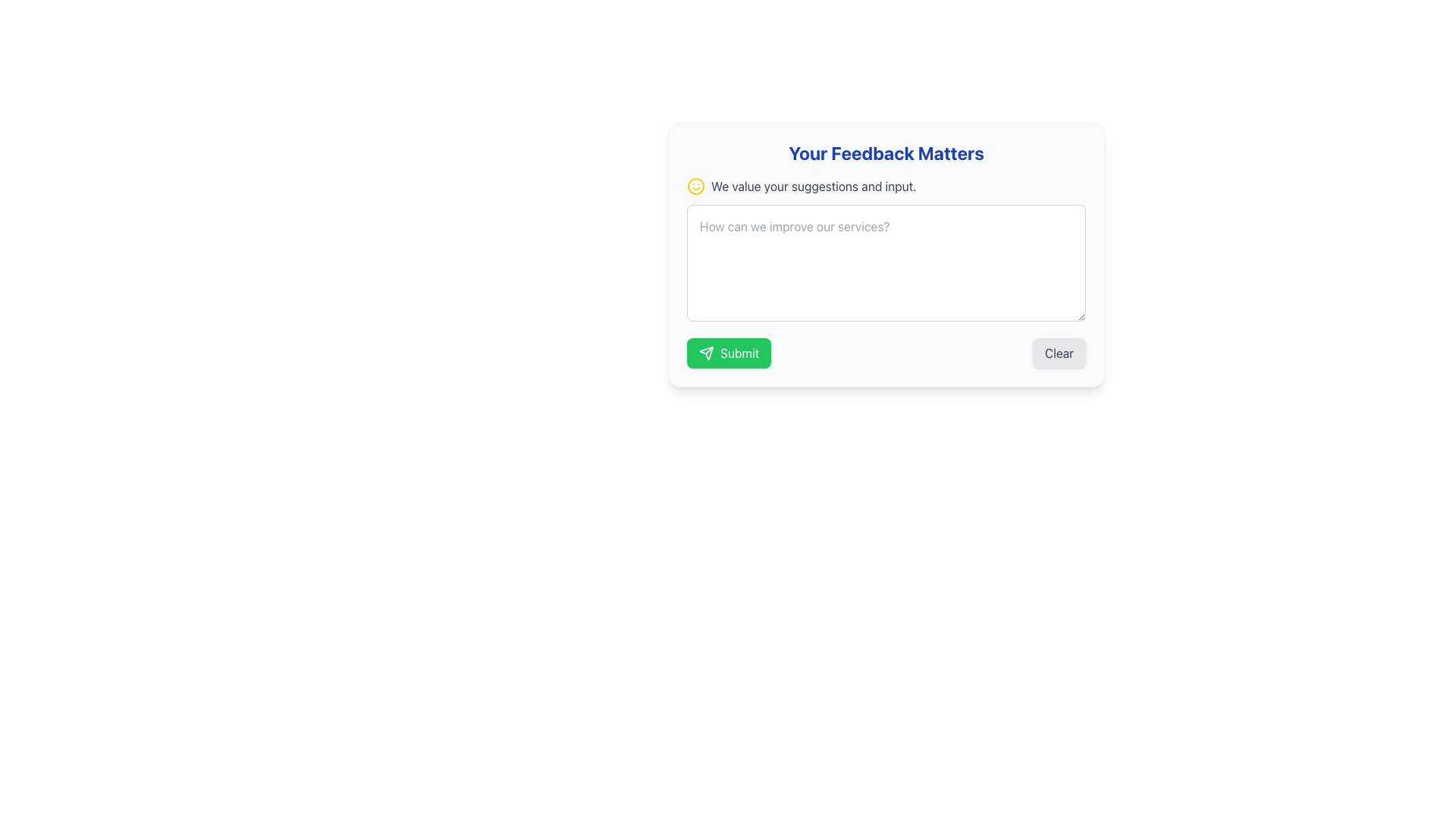 This screenshot has height=819, width=1456. I want to click on text element that serves as a decorative and informational label encouraging users to provide feedback, located below the header 'Your Feedback Matters' and above the textarea for feedback input, so click(886, 186).